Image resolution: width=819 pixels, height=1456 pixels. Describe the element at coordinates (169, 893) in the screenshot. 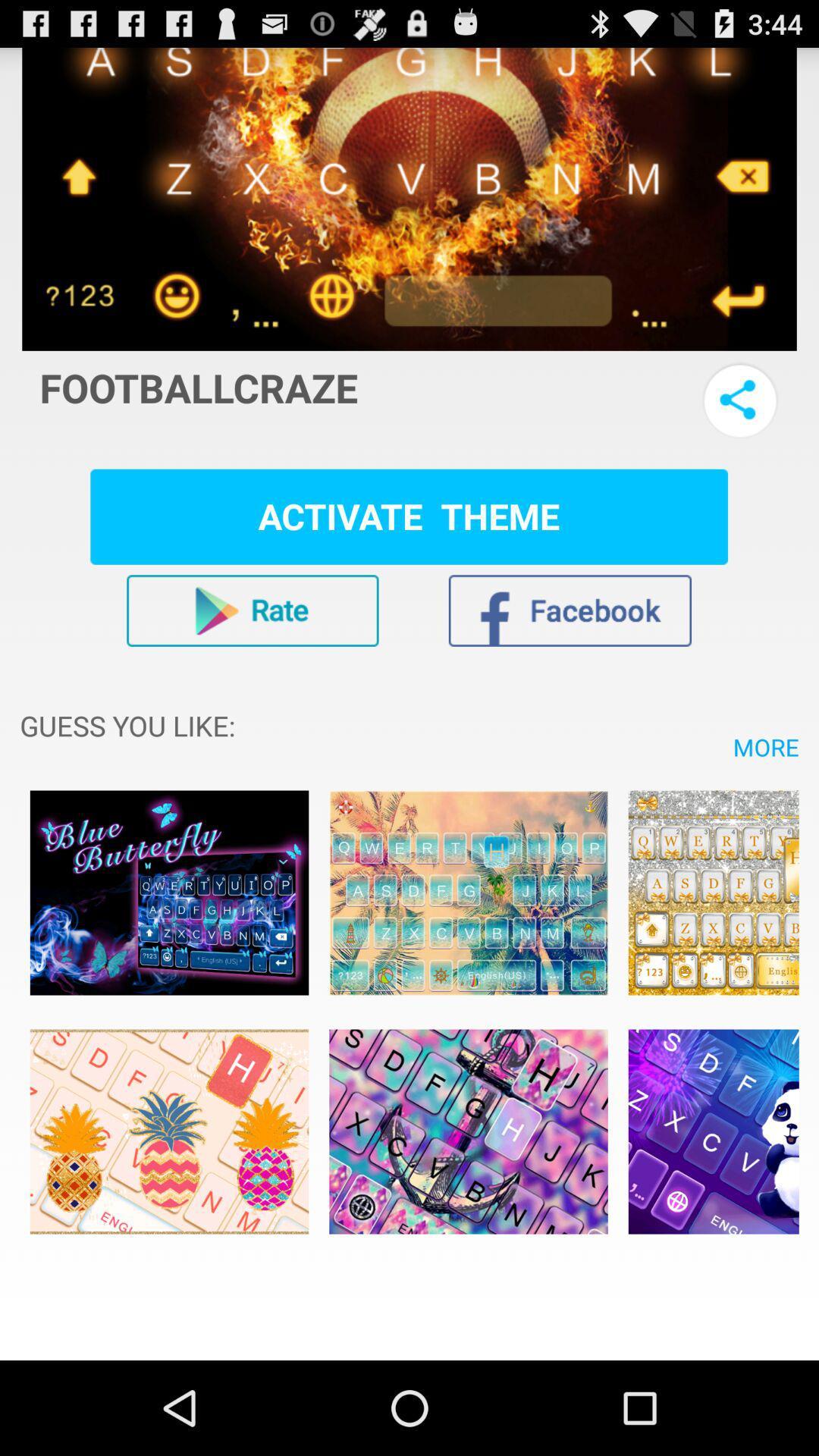

I see `selecting the other theme` at that location.